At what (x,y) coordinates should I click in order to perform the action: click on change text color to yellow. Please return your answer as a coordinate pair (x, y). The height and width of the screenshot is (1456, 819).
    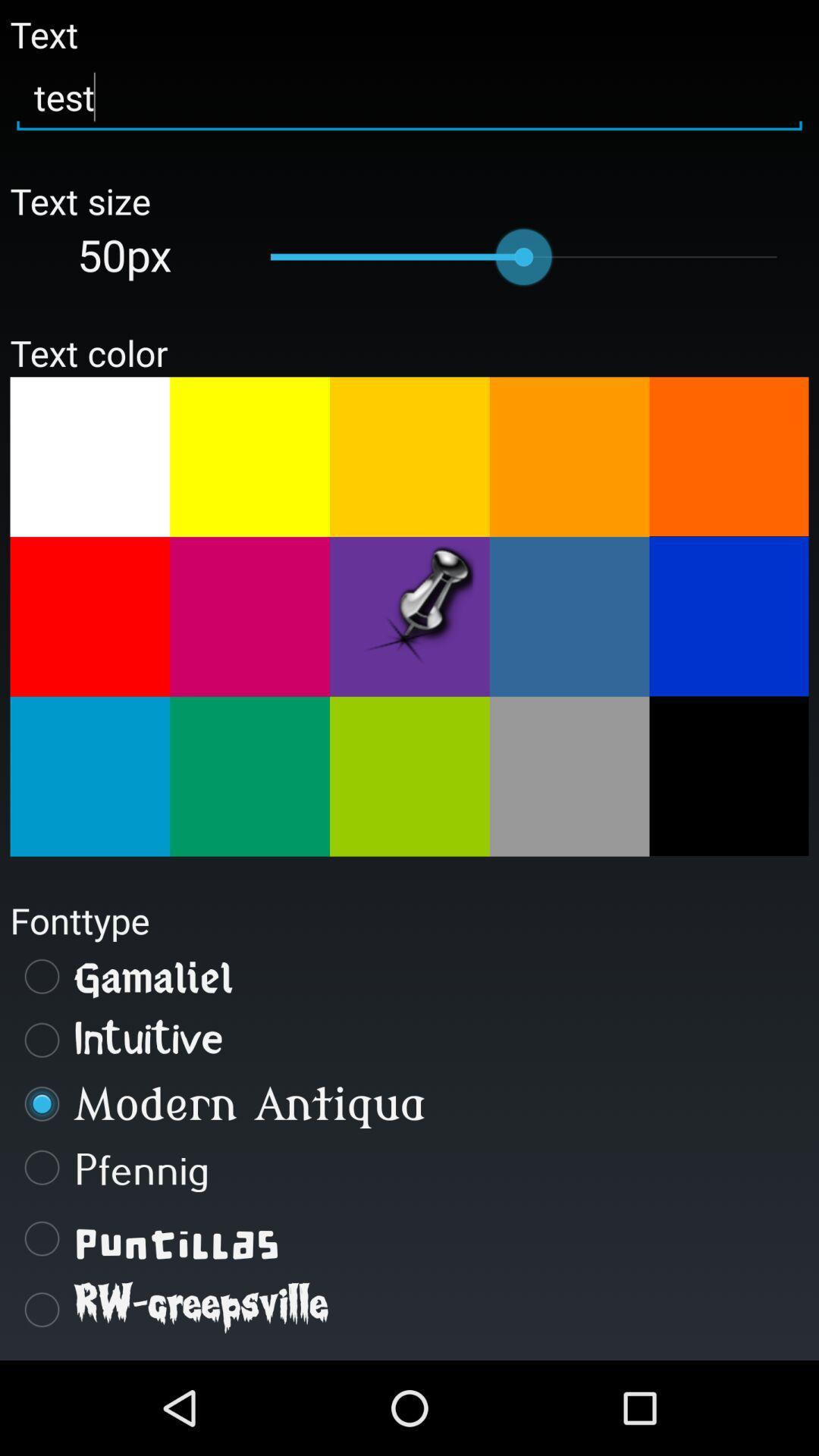
    Looking at the image, I should click on (249, 456).